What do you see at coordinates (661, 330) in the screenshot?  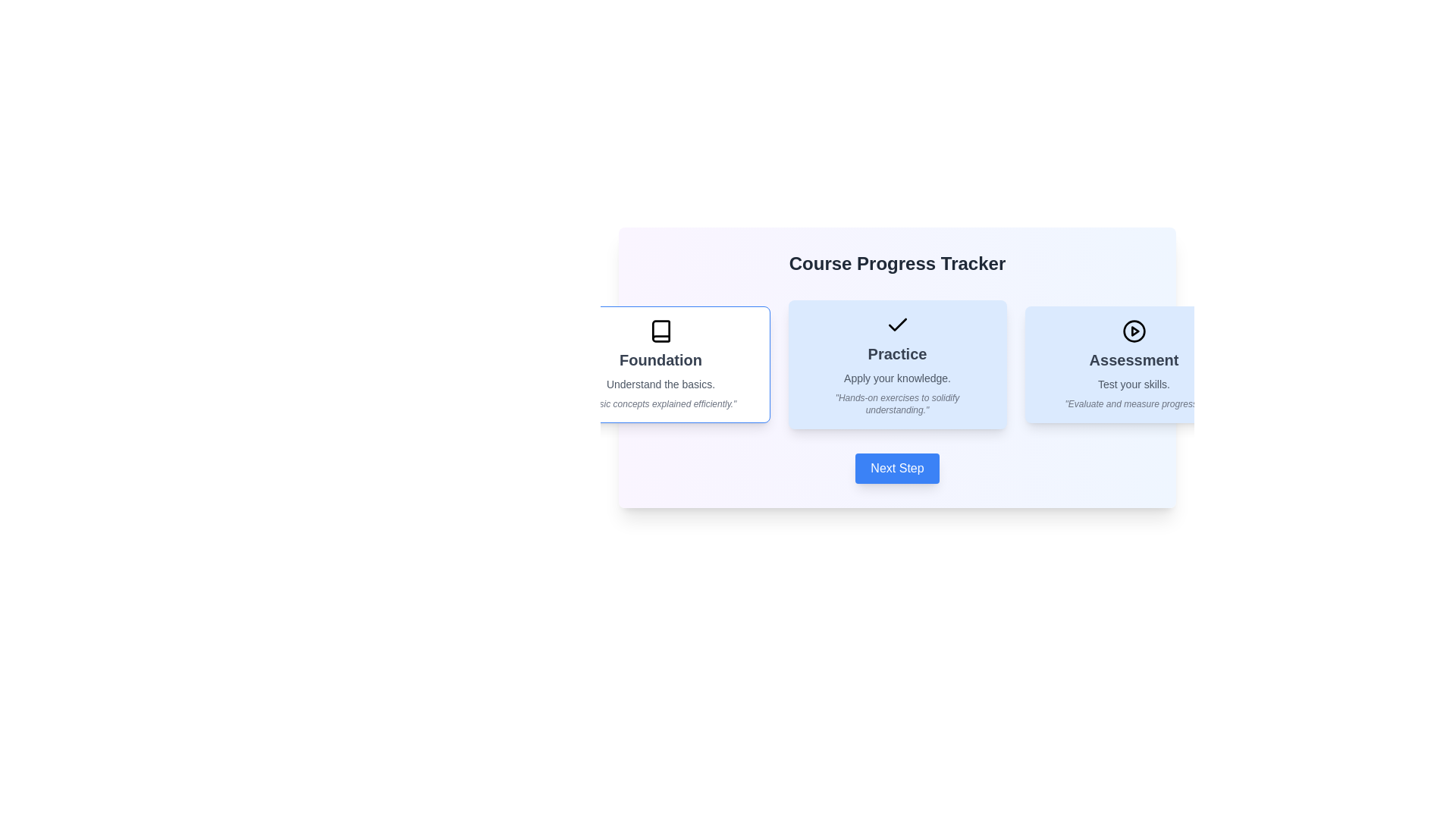 I see `the icon located in the top-left of the 'Foundation' card` at bounding box center [661, 330].